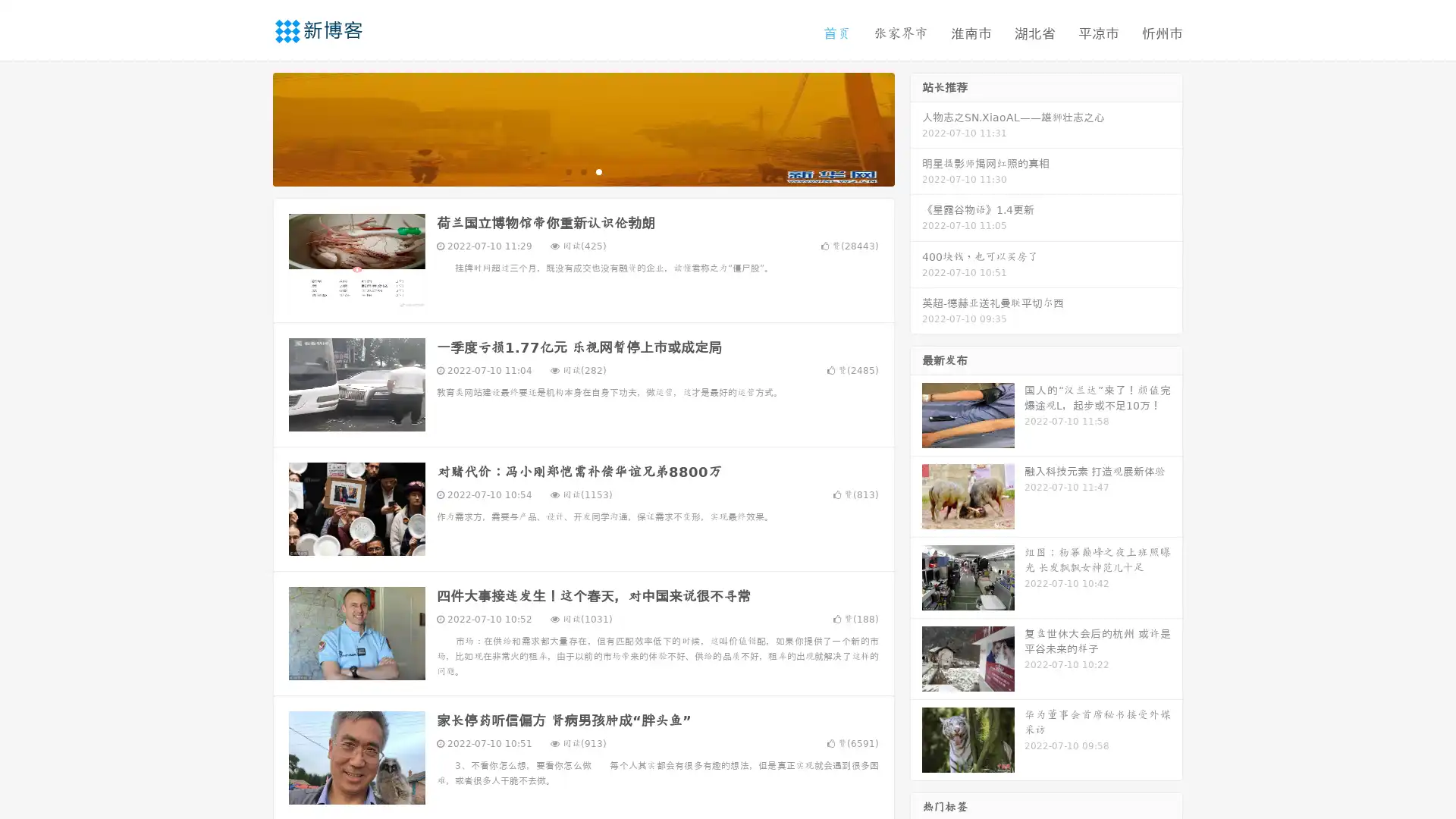 This screenshot has height=819, width=1456. Describe the element at coordinates (567, 171) in the screenshot. I see `Go to slide 1` at that location.